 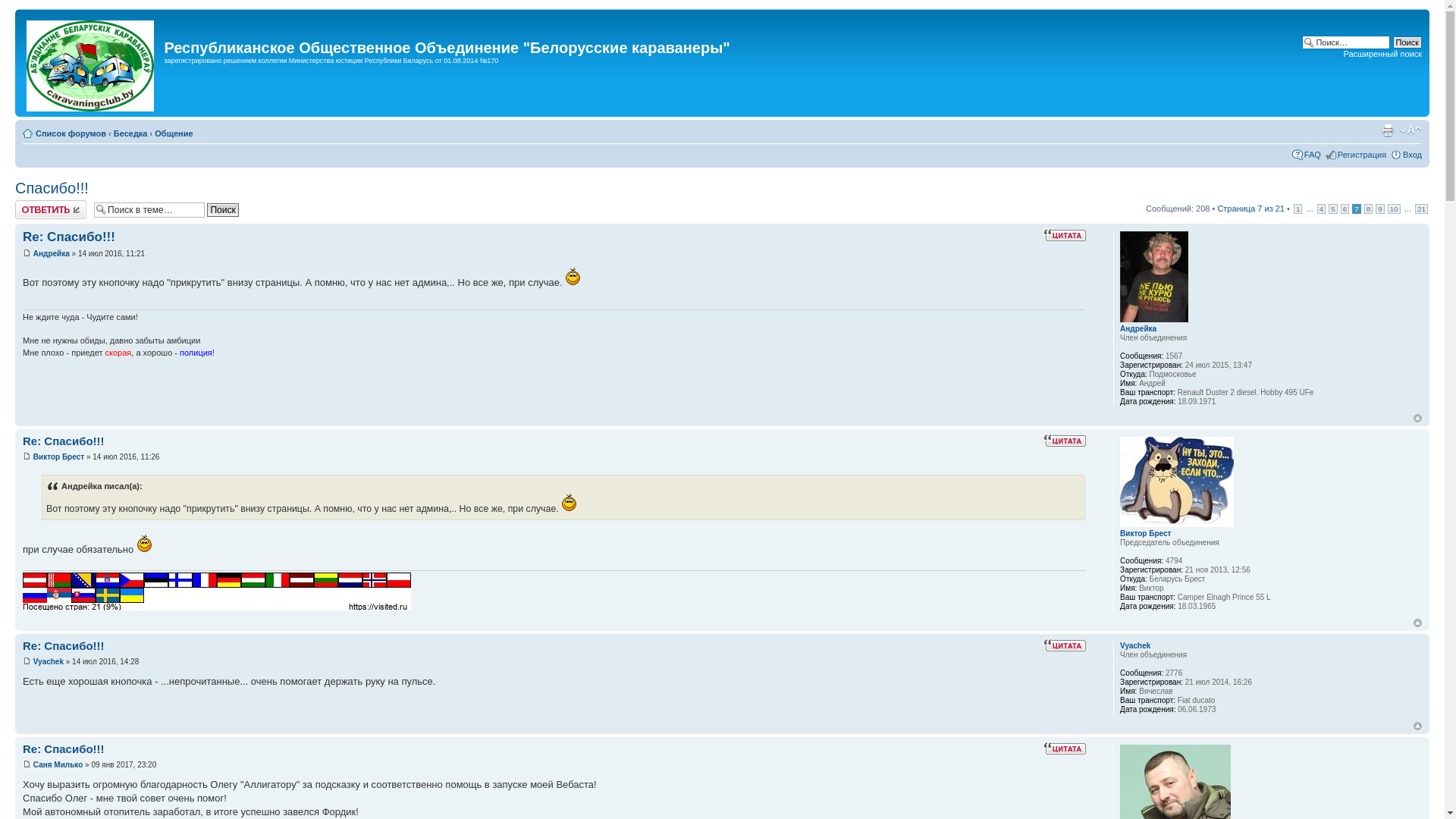 I want to click on '1', so click(x=1298, y=209).